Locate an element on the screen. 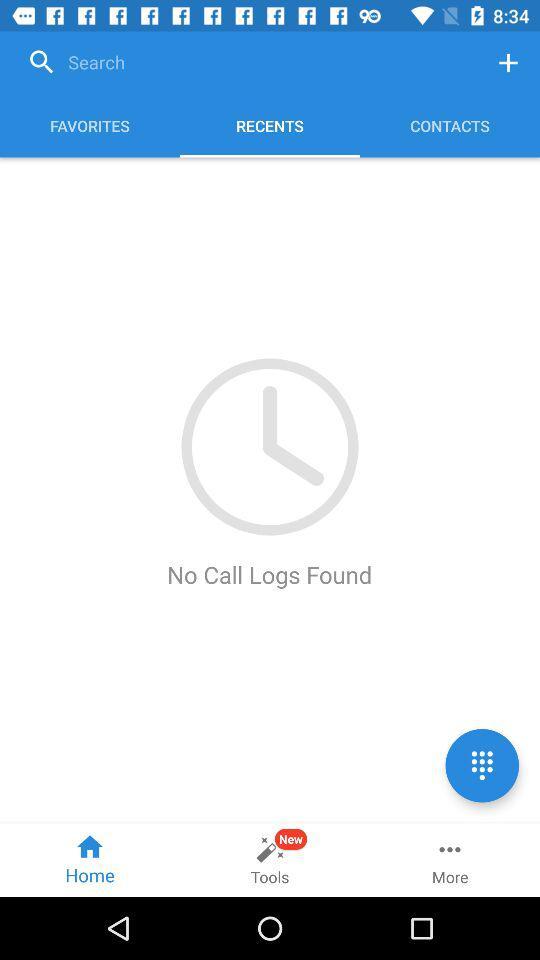 The width and height of the screenshot is (540, 960). more is located at coordinates (449, 859).